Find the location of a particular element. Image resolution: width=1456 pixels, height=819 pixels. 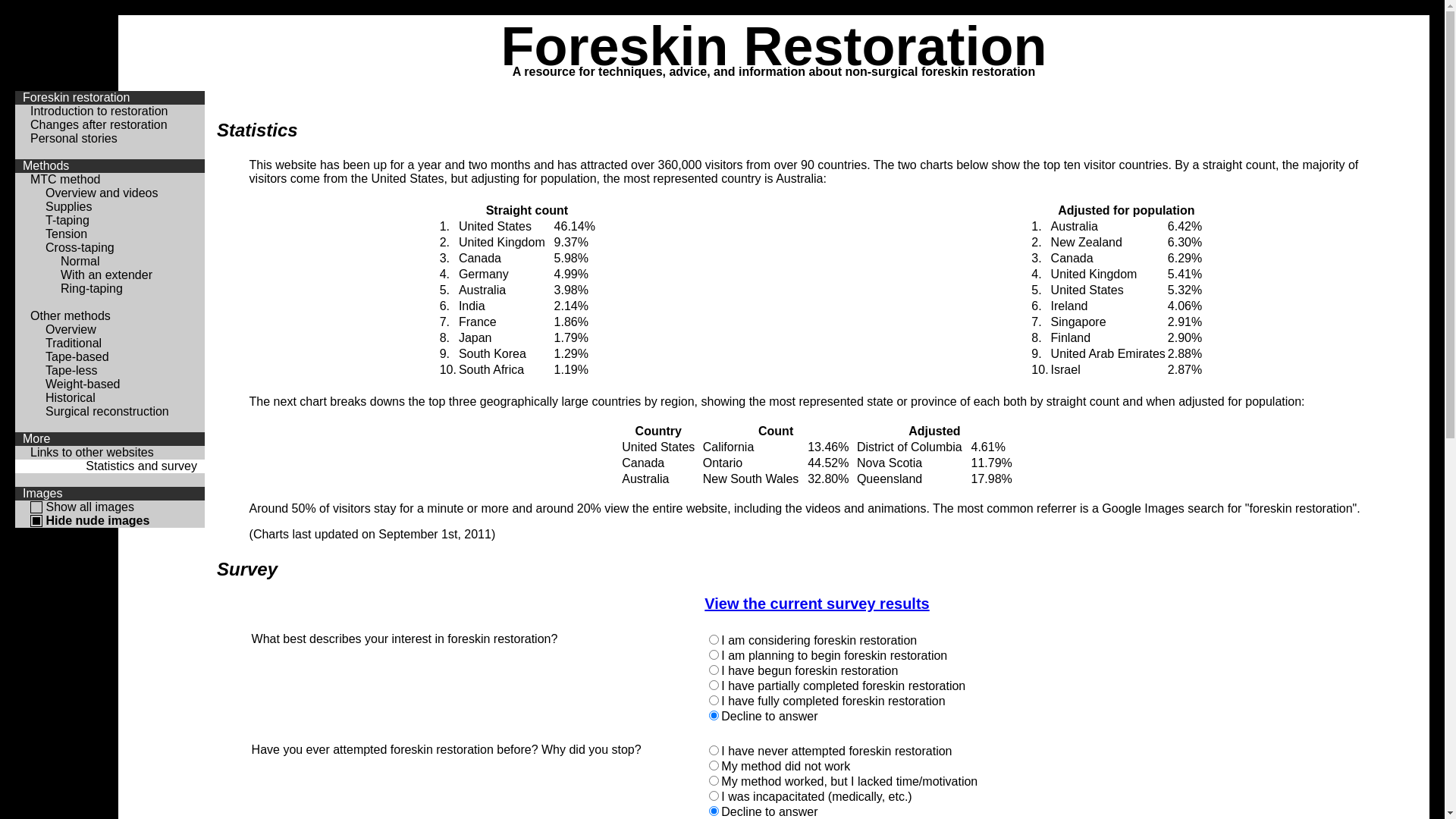

'Other methods' is located at coordinates (30, 315).